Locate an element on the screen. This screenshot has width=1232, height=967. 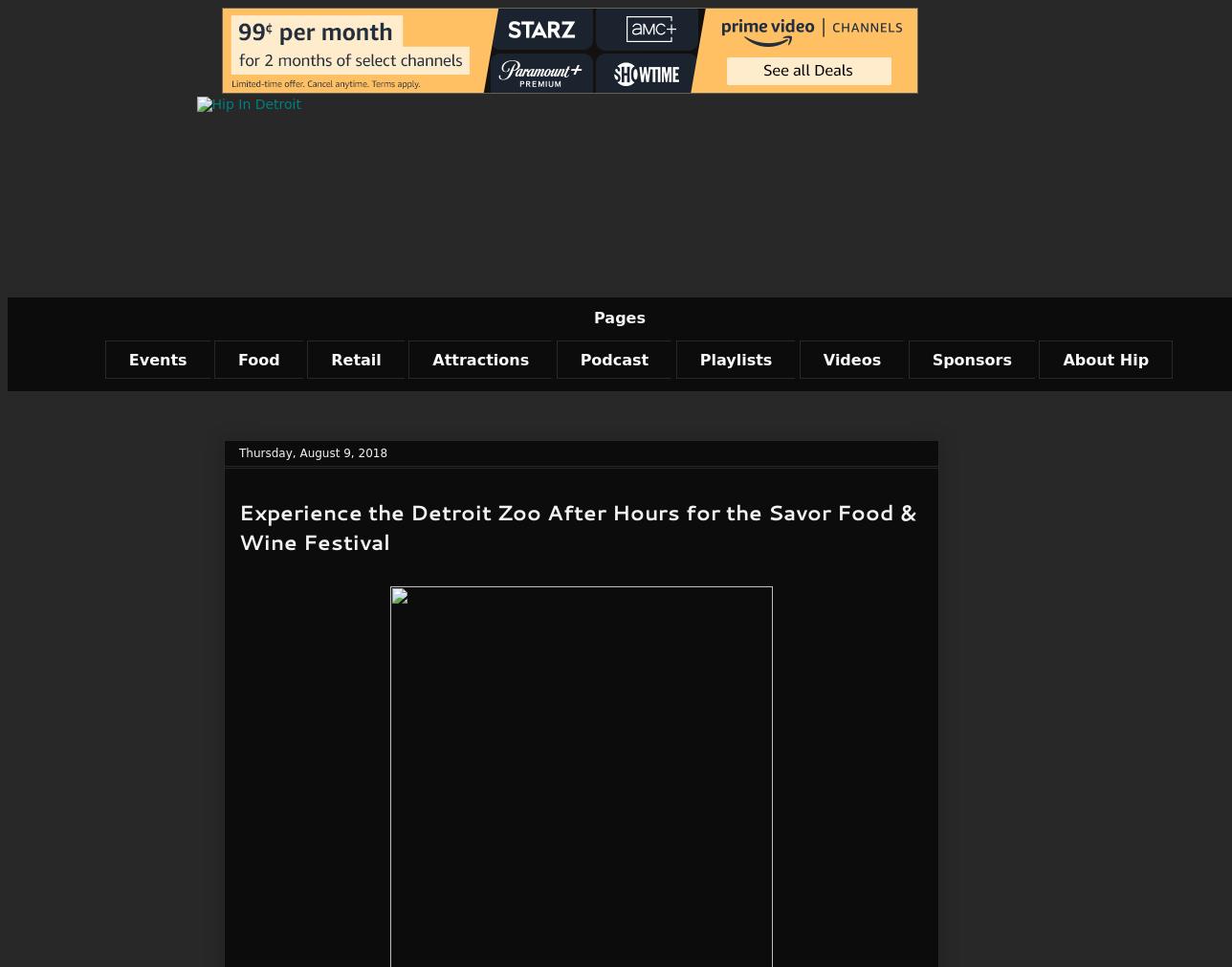
'Pages' is located at coordinates (619, 318).